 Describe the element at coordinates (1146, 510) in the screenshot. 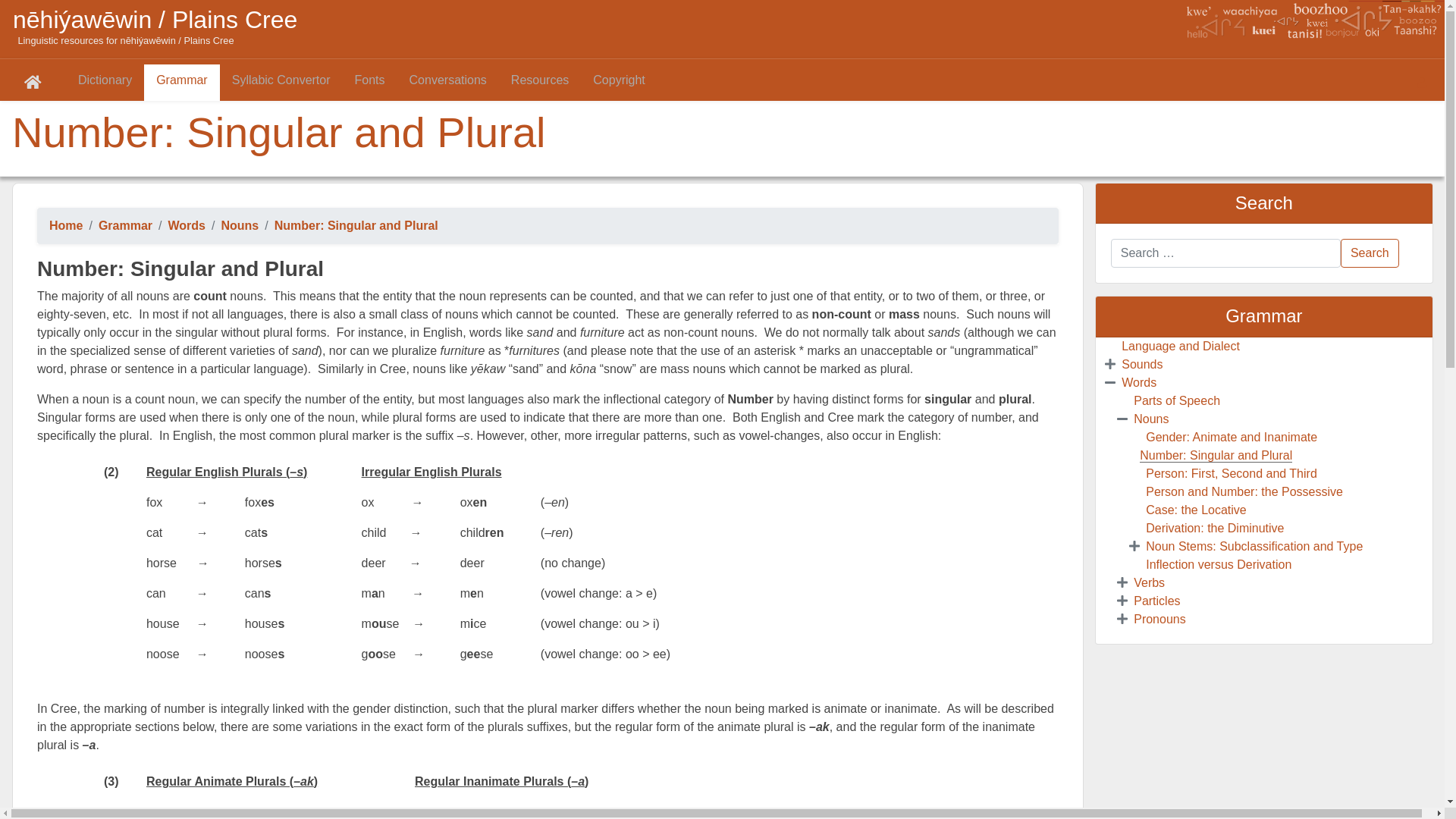

I see `'Case: the Locative'` at that location.